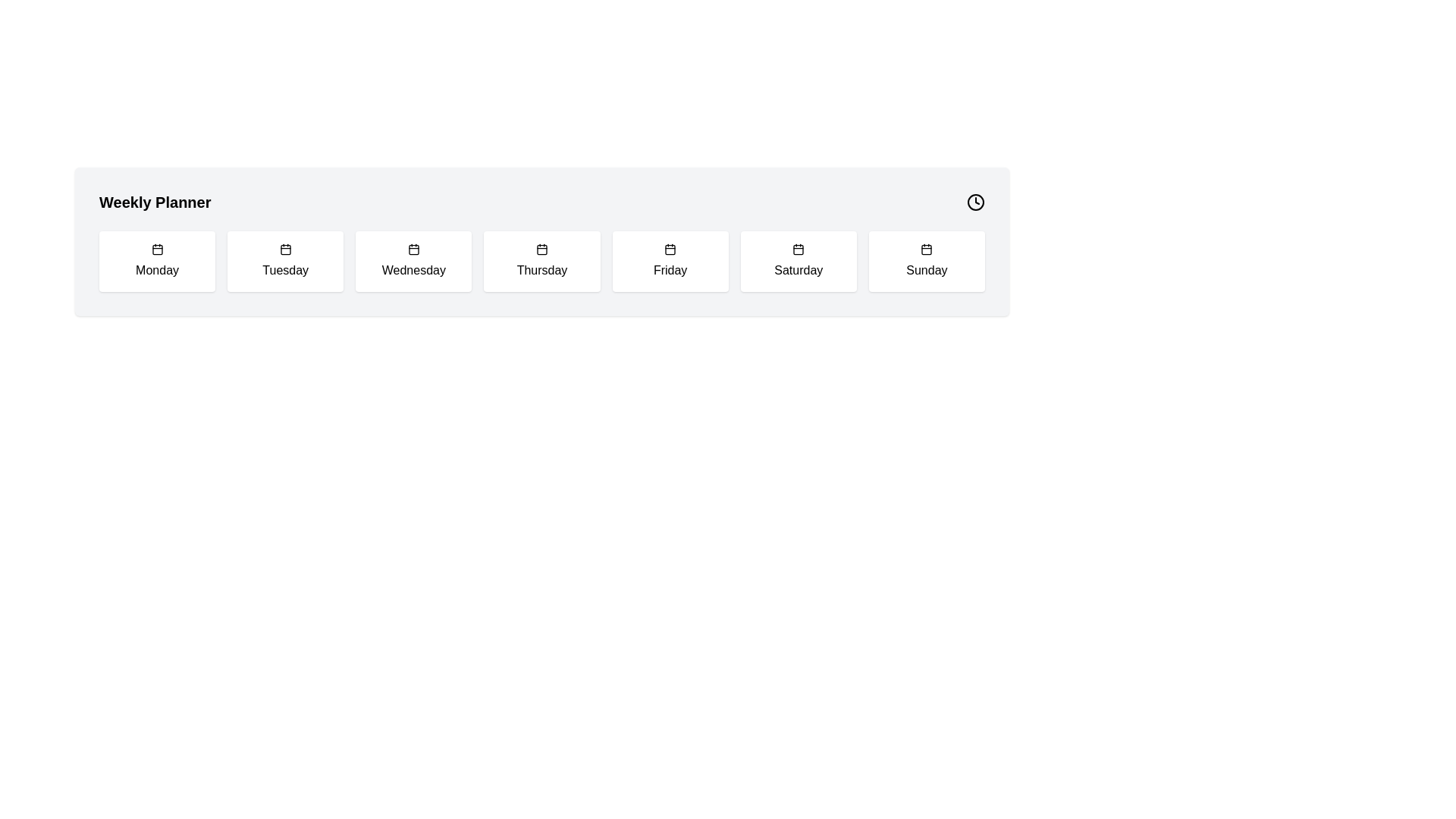  Describe the element at coordinates (157, 249) in the screenshot. I see `graphical element of the calendar icon associated with the 'Monday' cell, which is centrally located in the first column of the calendar row` at that location.